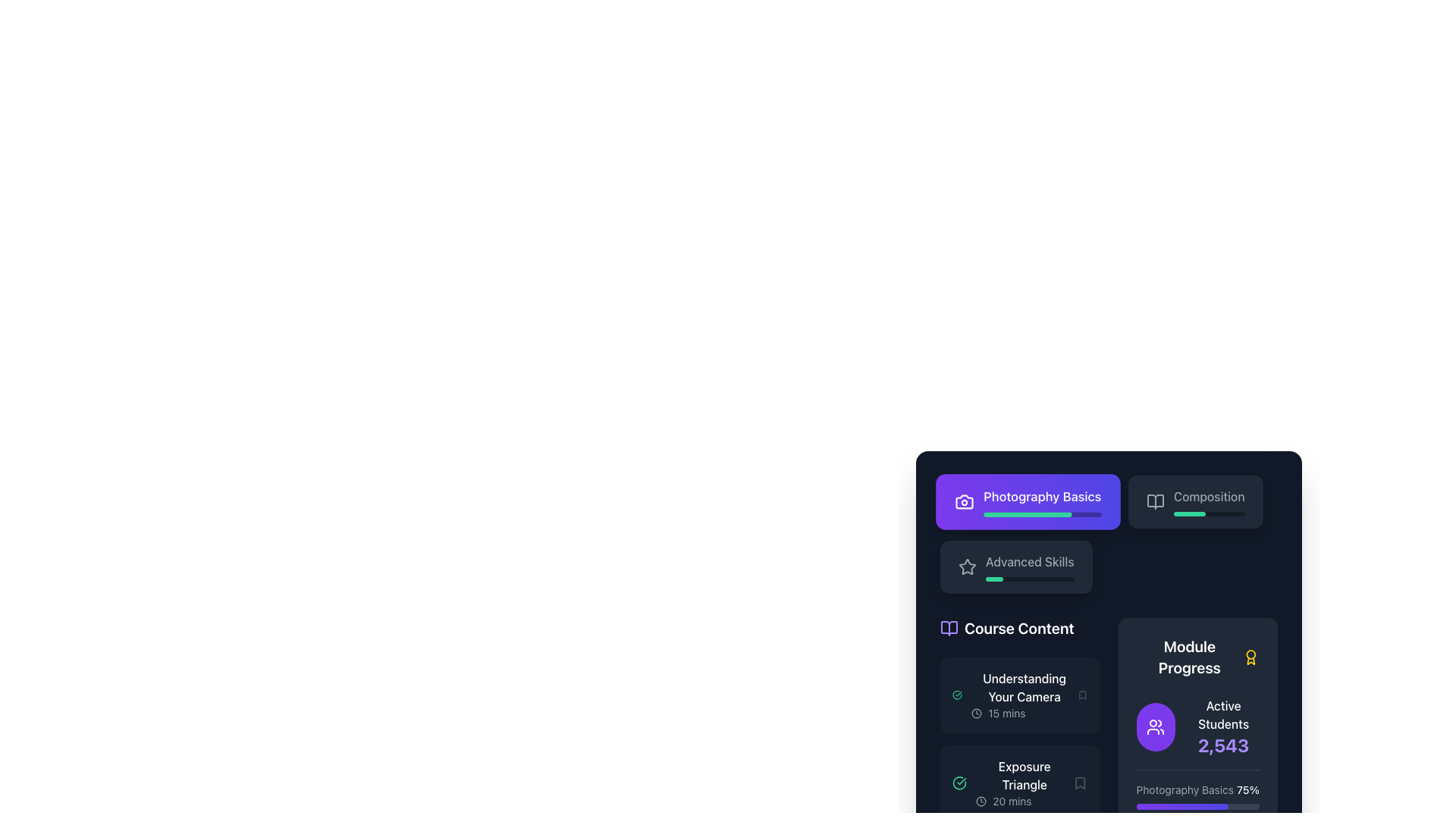 This screenshot has height=819, width=1456. Describe the element at coordinates (1041, 496) in the screenshot. I see `the text label indicating 'Photography Basics', which is located at the top of a purple rectangular box in the far-left section of a group with 'Composition' and 'Advanced Skills'` at that location.